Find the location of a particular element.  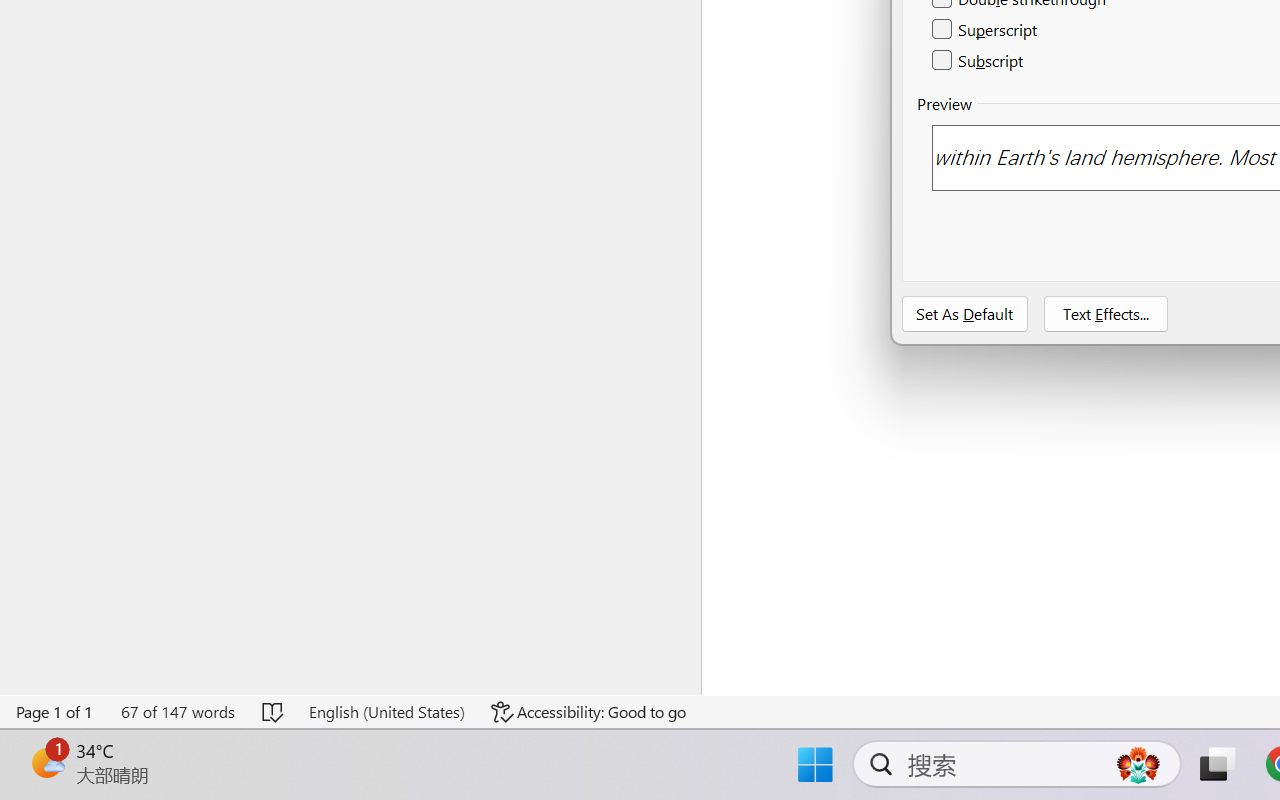

'Page Number Page 1 of 1' is located at coordinates (55, 711).